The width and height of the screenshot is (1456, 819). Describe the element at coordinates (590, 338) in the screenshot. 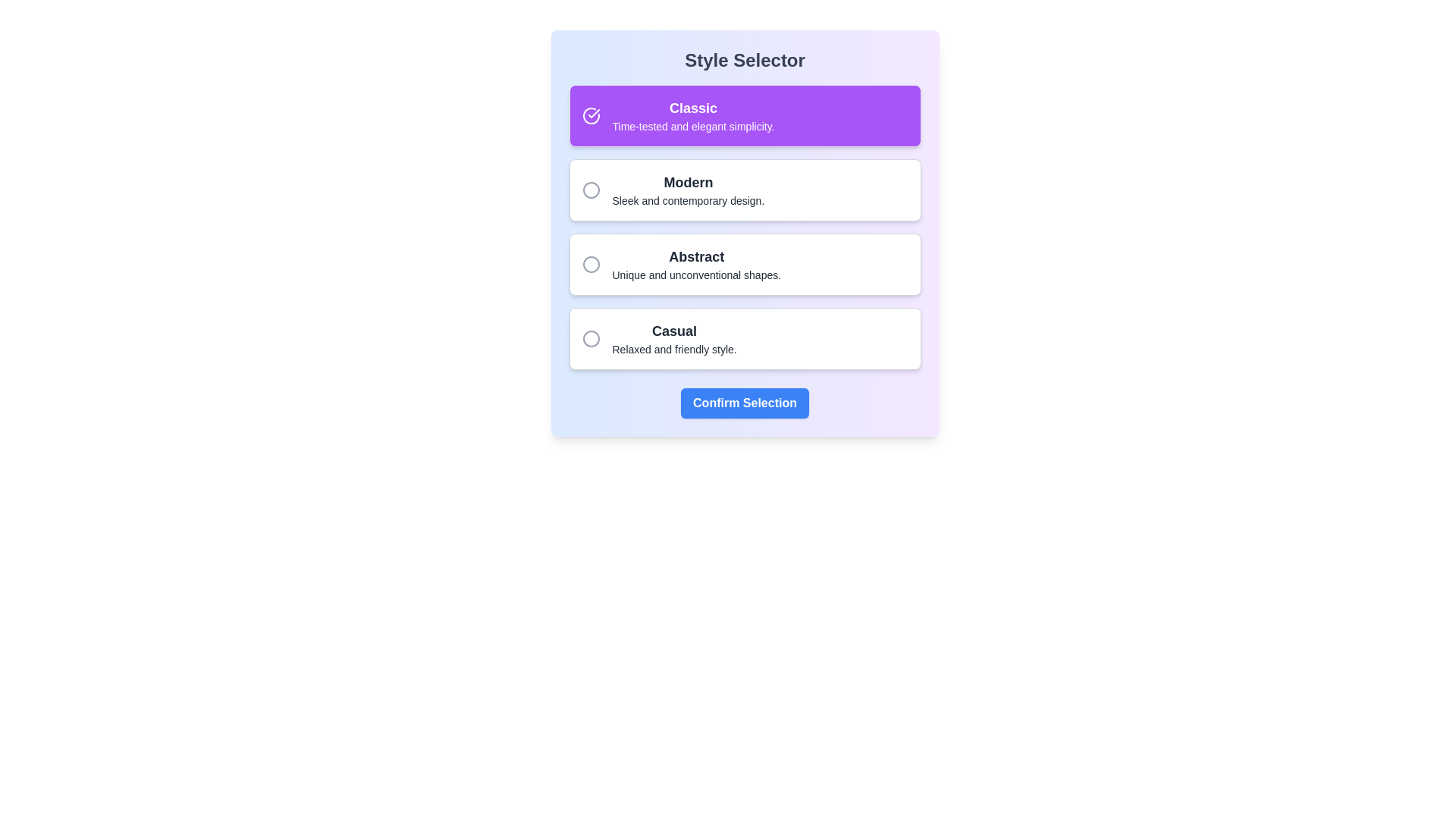

I see `the circular gray radio button for the 'Casual' option in the 'Style Selector' section` at that location.